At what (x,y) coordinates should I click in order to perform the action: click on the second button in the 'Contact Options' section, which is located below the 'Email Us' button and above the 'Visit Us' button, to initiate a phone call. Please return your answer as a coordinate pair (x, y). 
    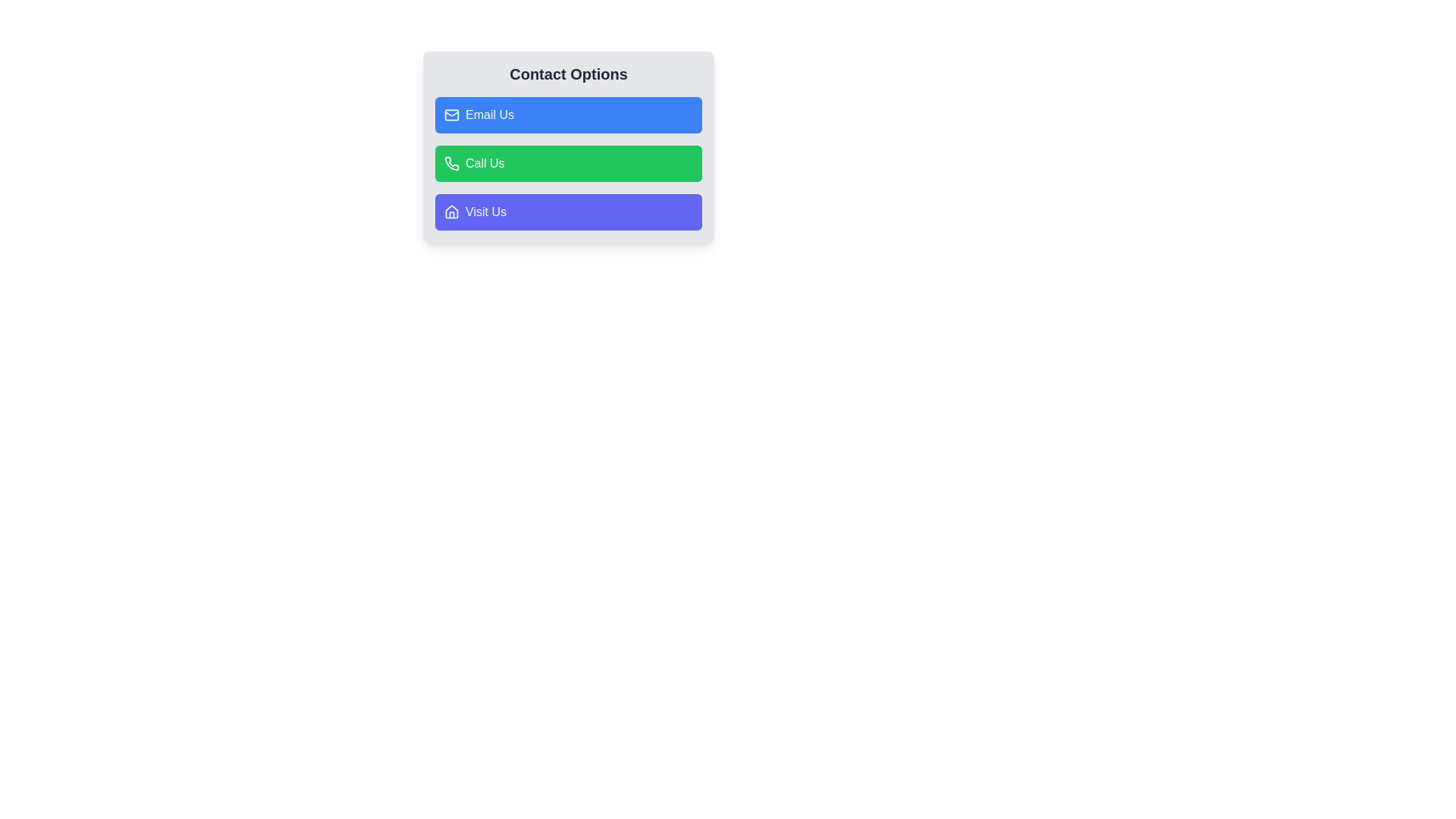
    Looking at the image, I should click on (567, 164).